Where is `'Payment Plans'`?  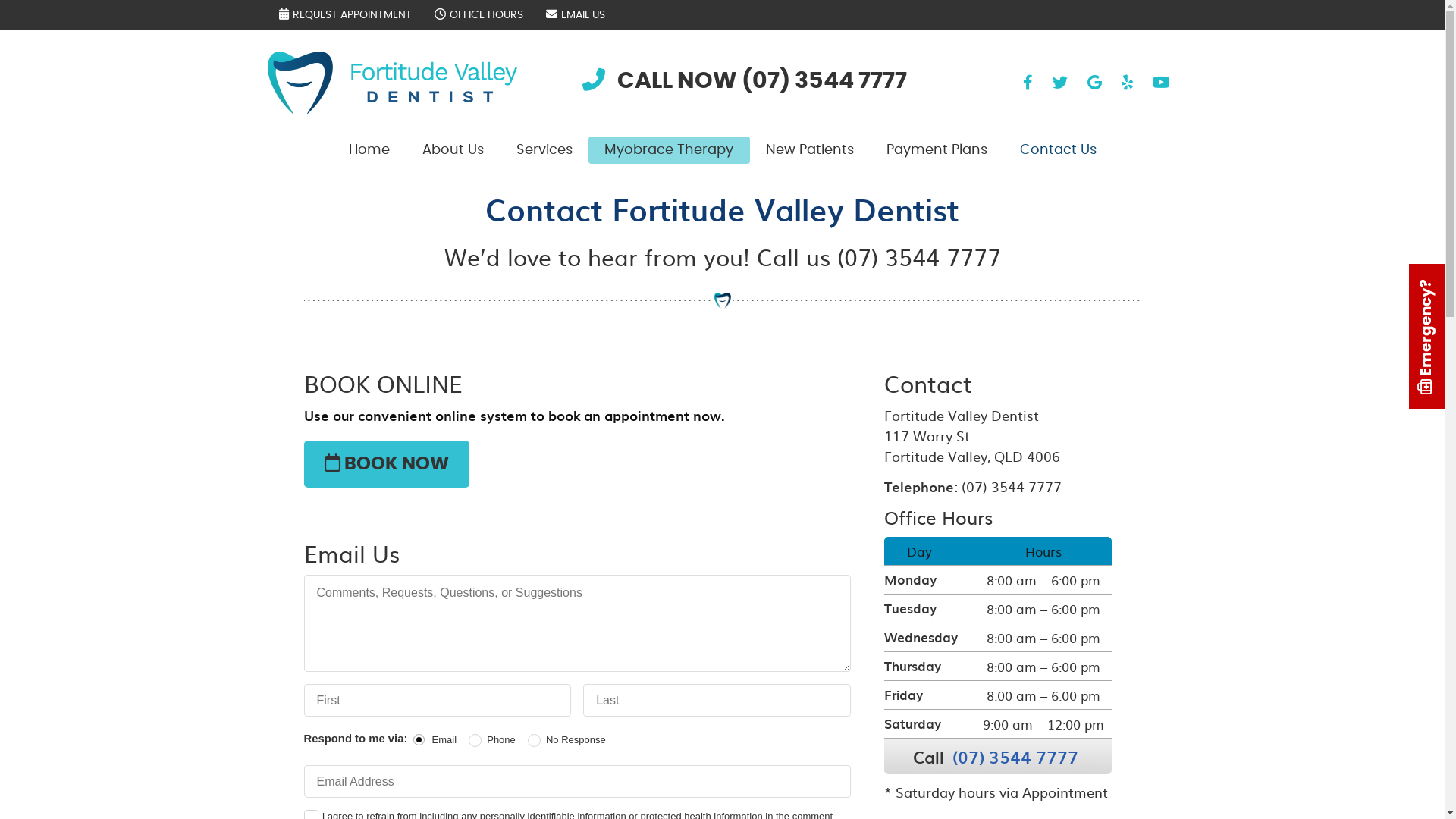 'Payment Plans' is located at coordinates (937, 149).